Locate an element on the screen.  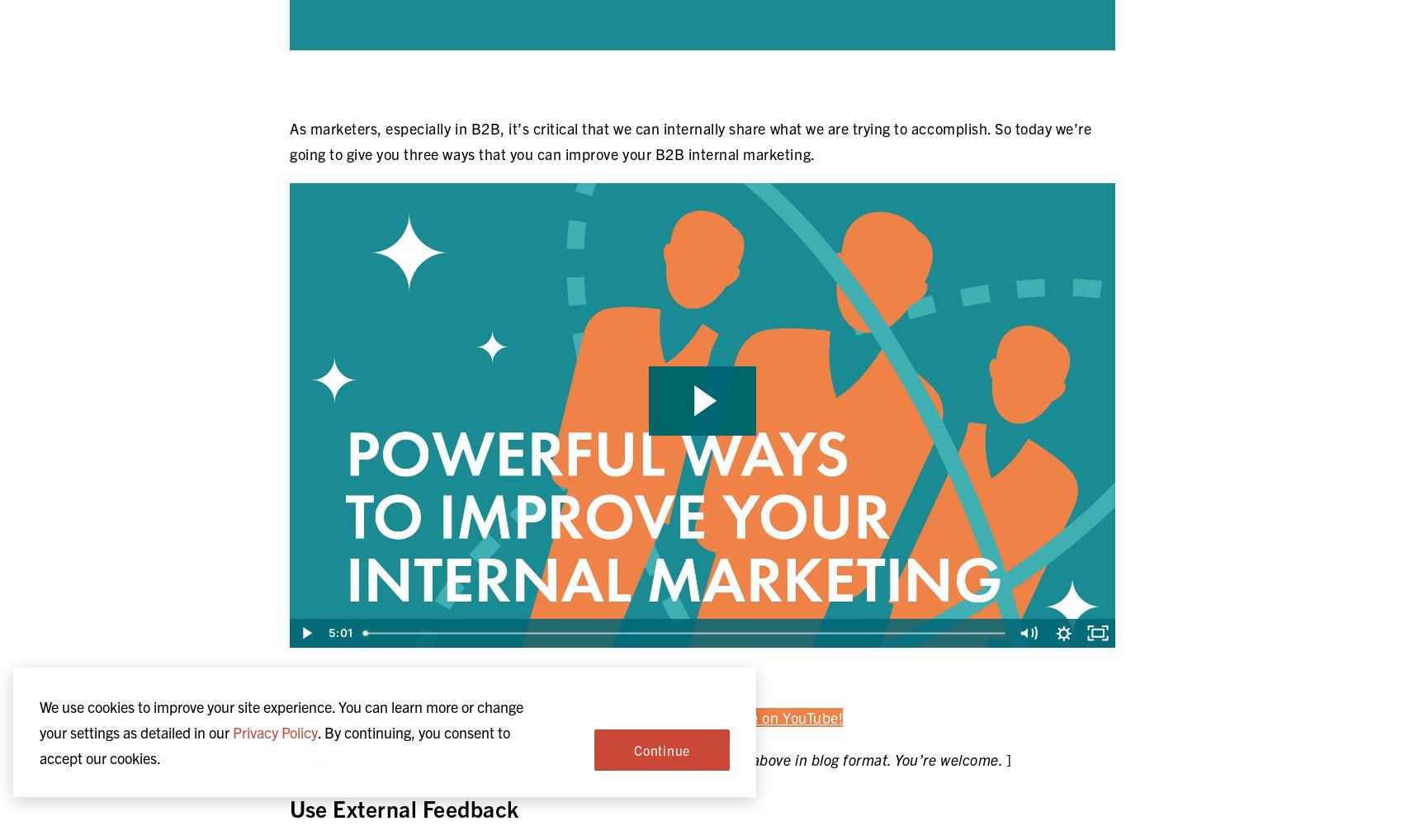
'We use cookies to improve your site experience.
You can learn more or change your settings as detailed
in our' is located at coordinates (281, 720).